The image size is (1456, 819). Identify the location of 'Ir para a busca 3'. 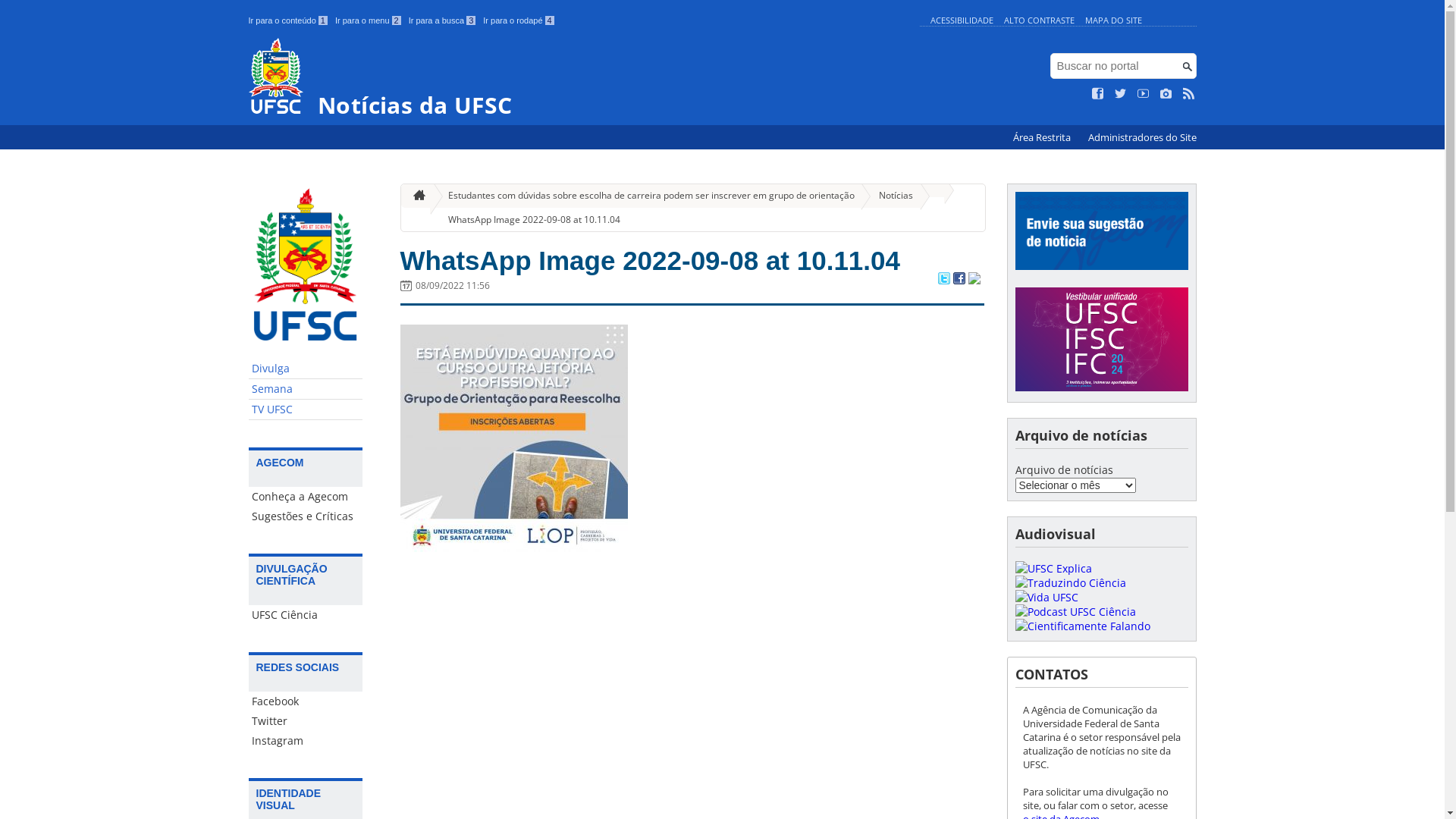
(441, 20).